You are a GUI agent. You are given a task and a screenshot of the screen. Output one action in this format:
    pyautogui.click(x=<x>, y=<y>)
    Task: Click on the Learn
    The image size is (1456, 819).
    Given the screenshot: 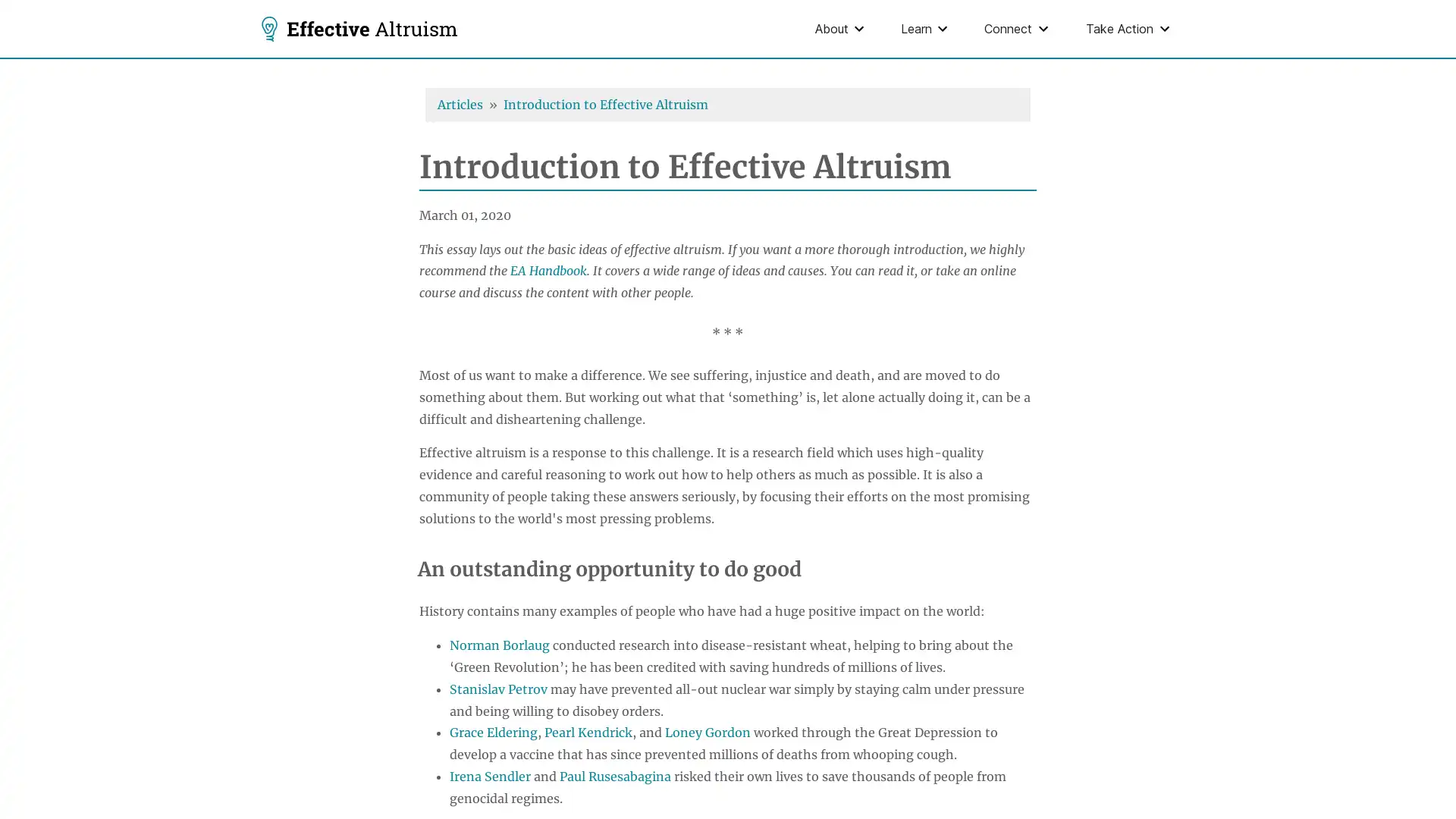 What is the action you would take?
    pyautogui.click(x=924, y=29)
    